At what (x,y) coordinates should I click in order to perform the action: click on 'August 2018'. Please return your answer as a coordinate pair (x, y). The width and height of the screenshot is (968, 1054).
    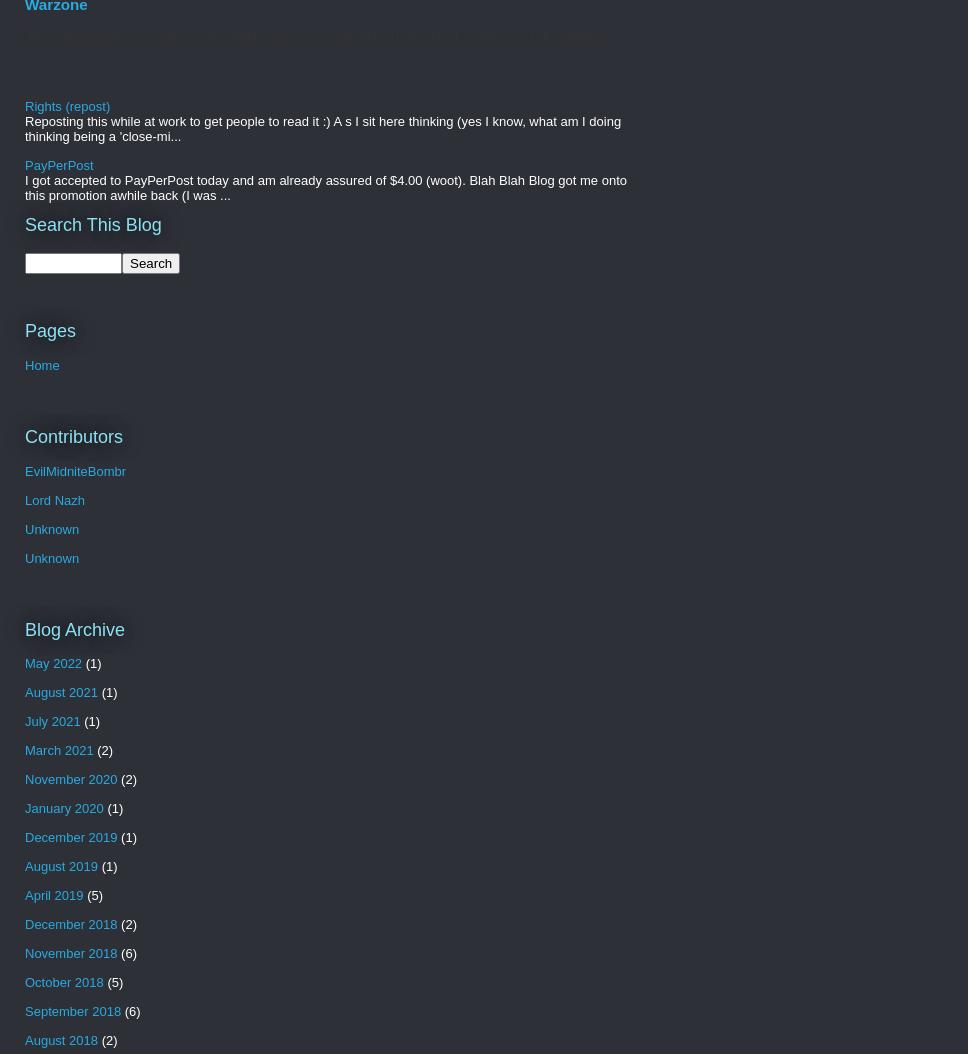
    Looking at the image, I should click on (60, 1039).